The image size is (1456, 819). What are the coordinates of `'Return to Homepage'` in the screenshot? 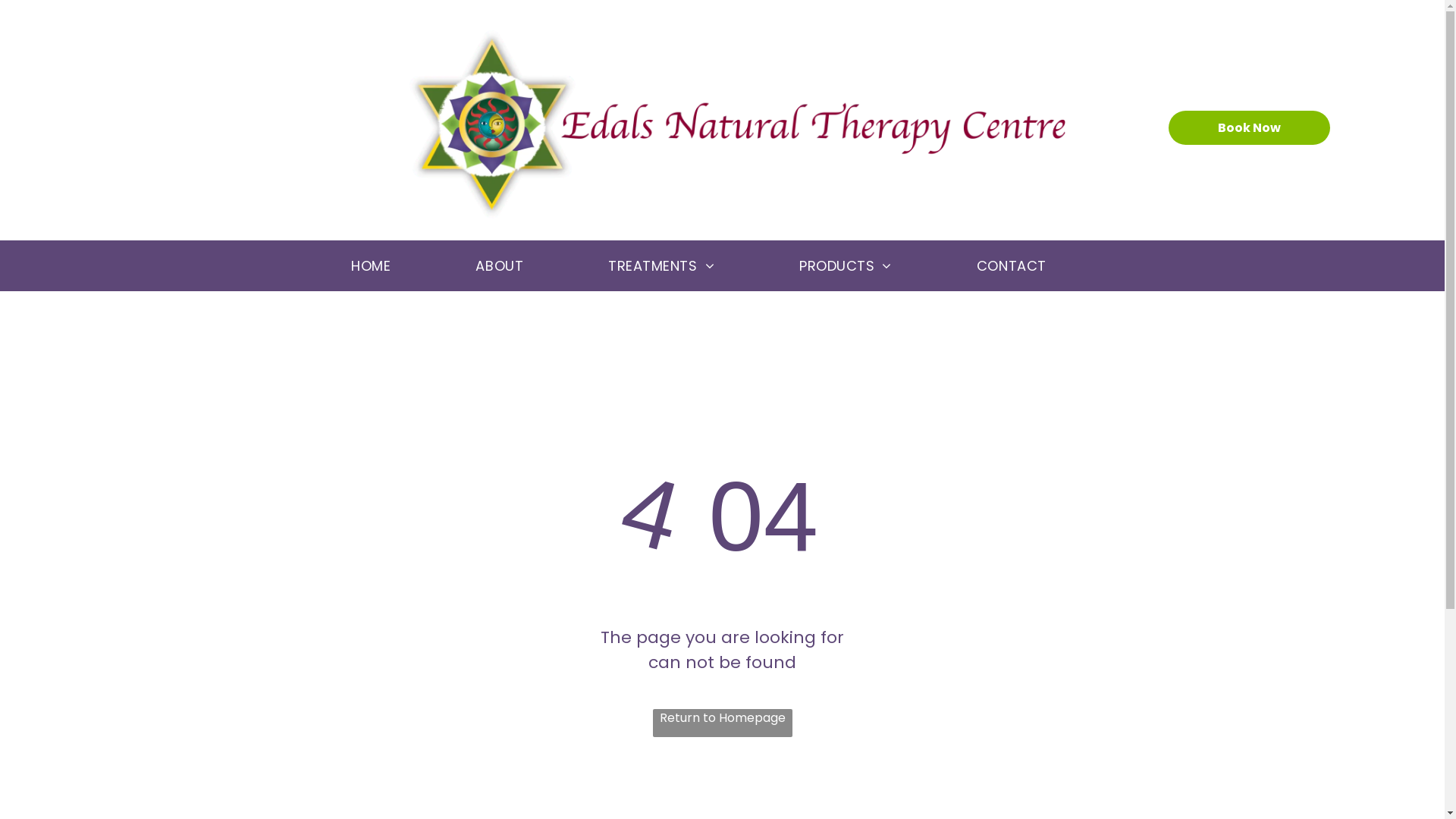 It's located at (720, 722).